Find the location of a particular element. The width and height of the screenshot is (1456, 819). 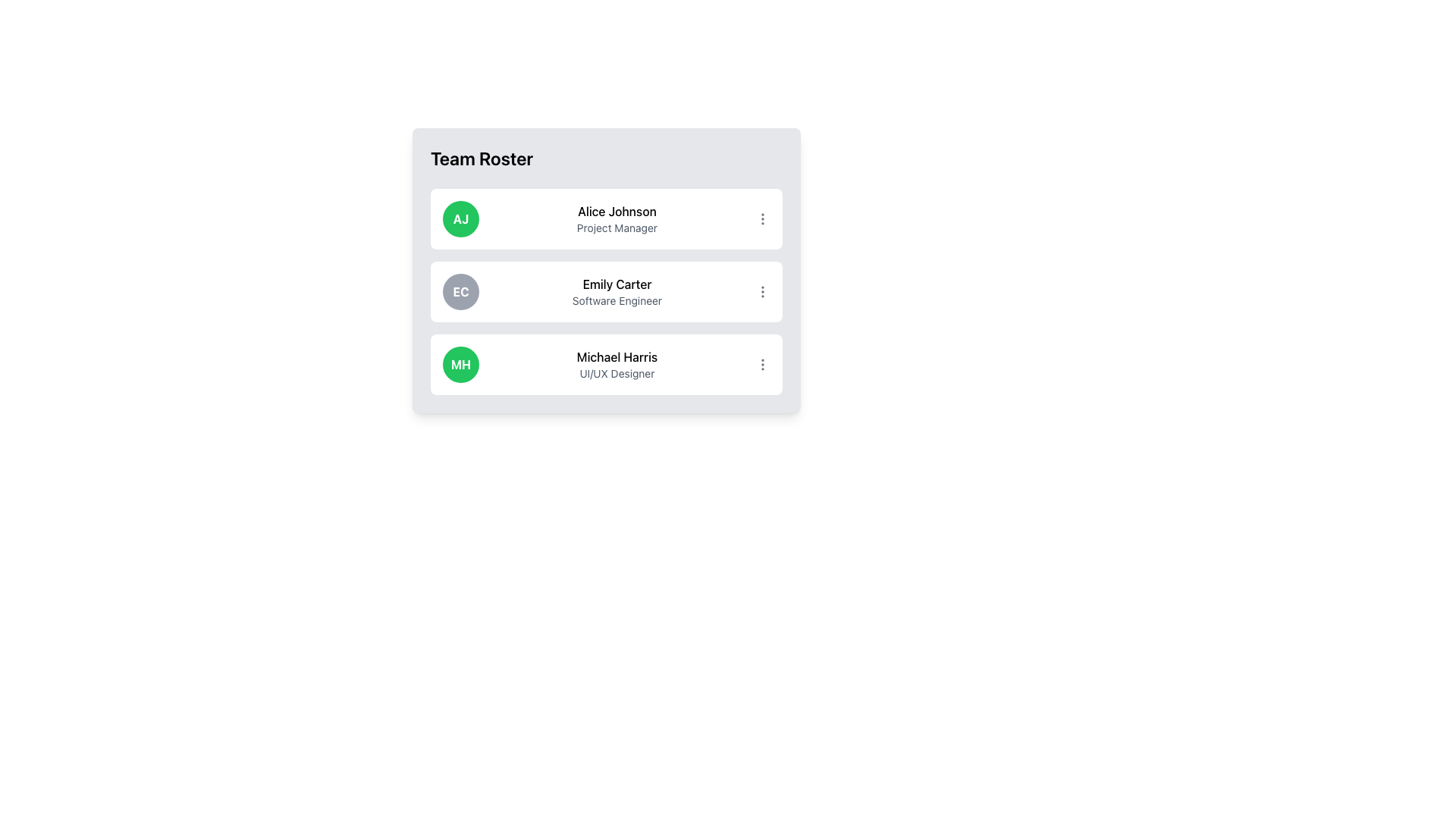

the Avatar or User Badge for 'Michael Harris', which is a circular graphic with a green background and bold white initials 'MH', located as the leftmost item in the third row of a user profile list is located at coordinates (460, 365).